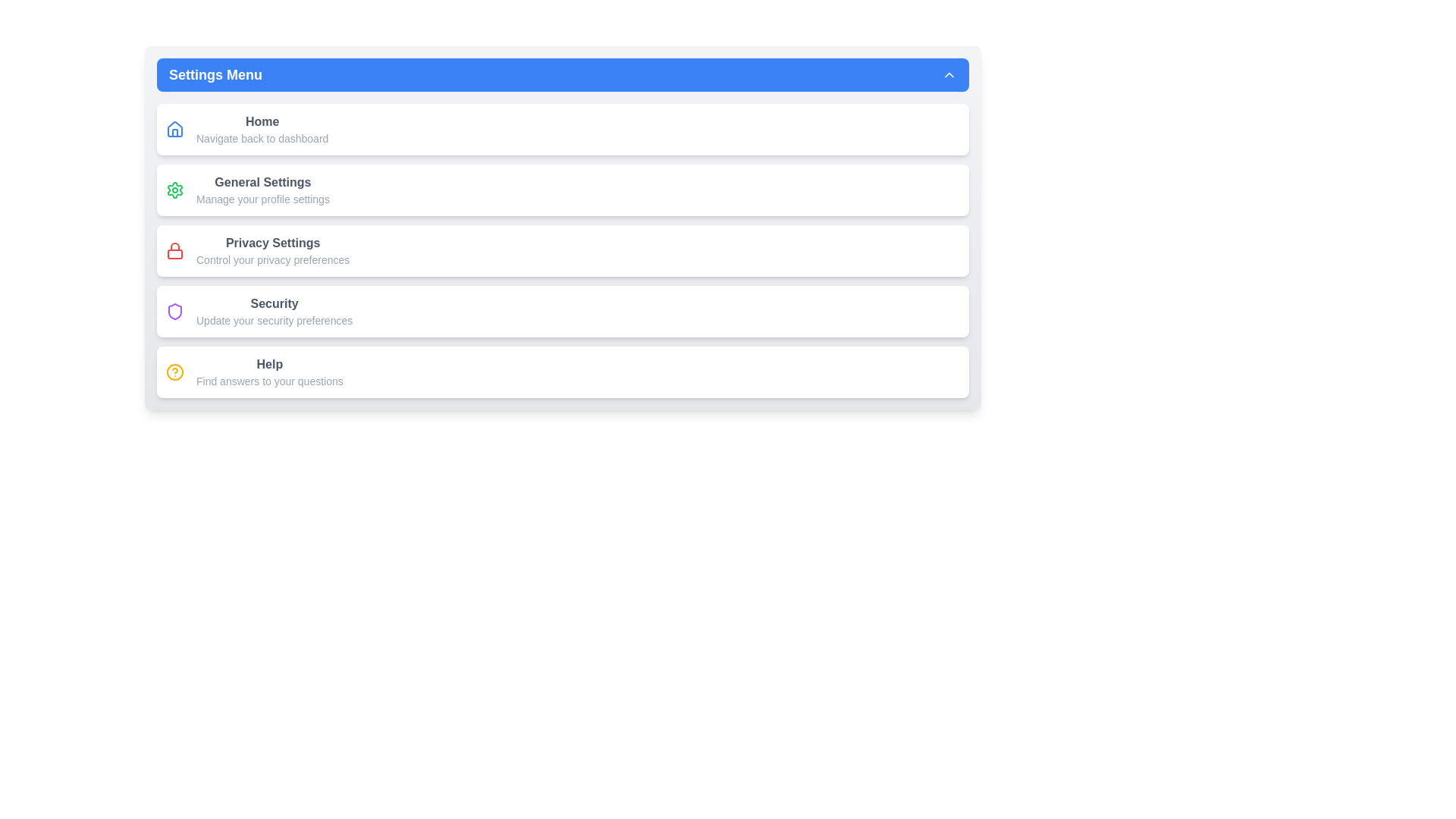 Image resolution: width=1456 pixels, height=819 pixels. Describe the element at coordinates (269, 372) in the screenshot. I see `the 'Help' Text Block located in the 'Settings Menu' section, which is the fifth list item and has a yellow circular icon adjacent to it` at that location.